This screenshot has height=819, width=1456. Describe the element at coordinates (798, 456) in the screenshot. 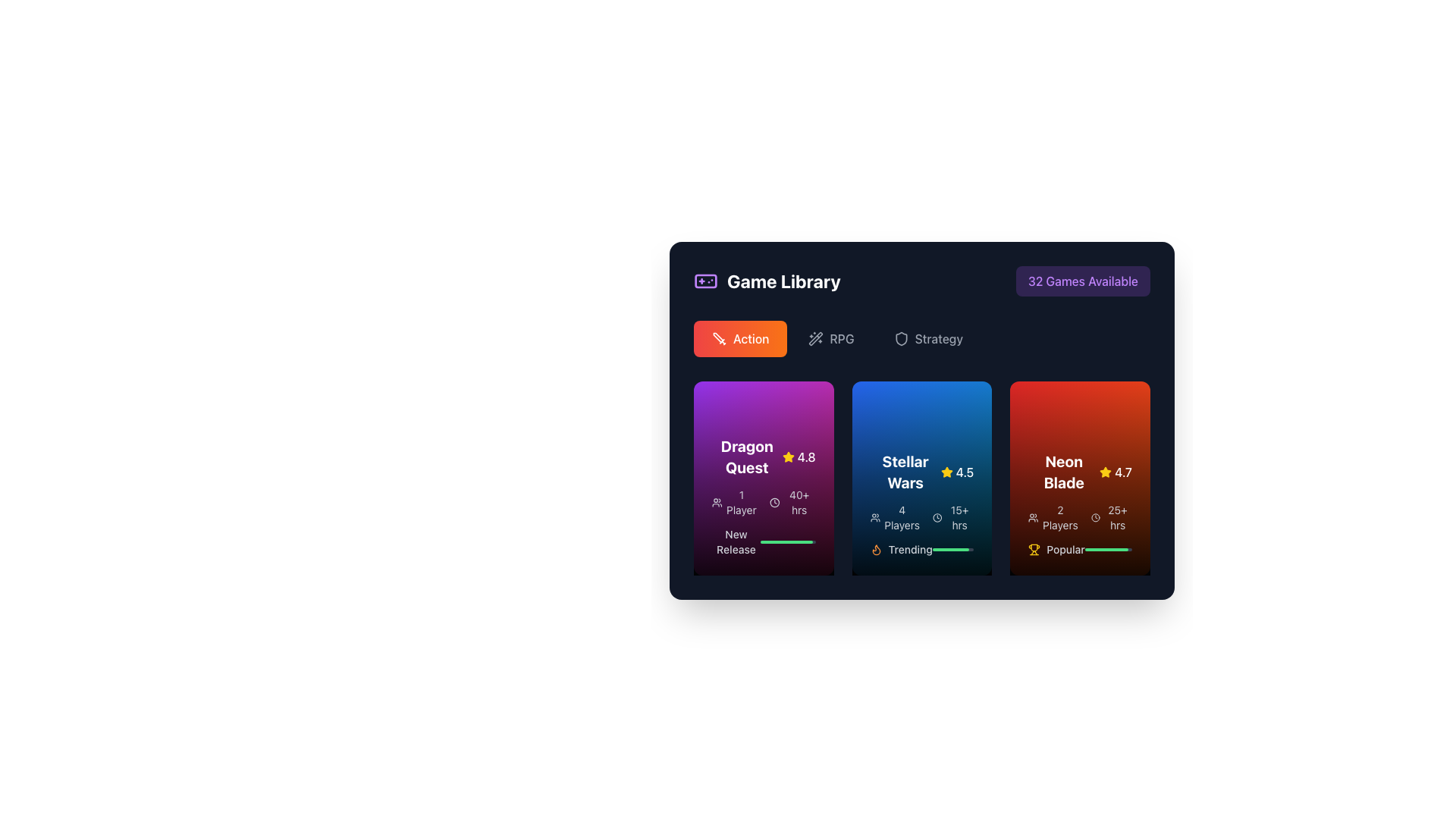

I see `the rating value of the 'Dragon Quest' card, indicated by the yellow star icon and the numerical value '4.8' in white font located at the top-right section` at that location.